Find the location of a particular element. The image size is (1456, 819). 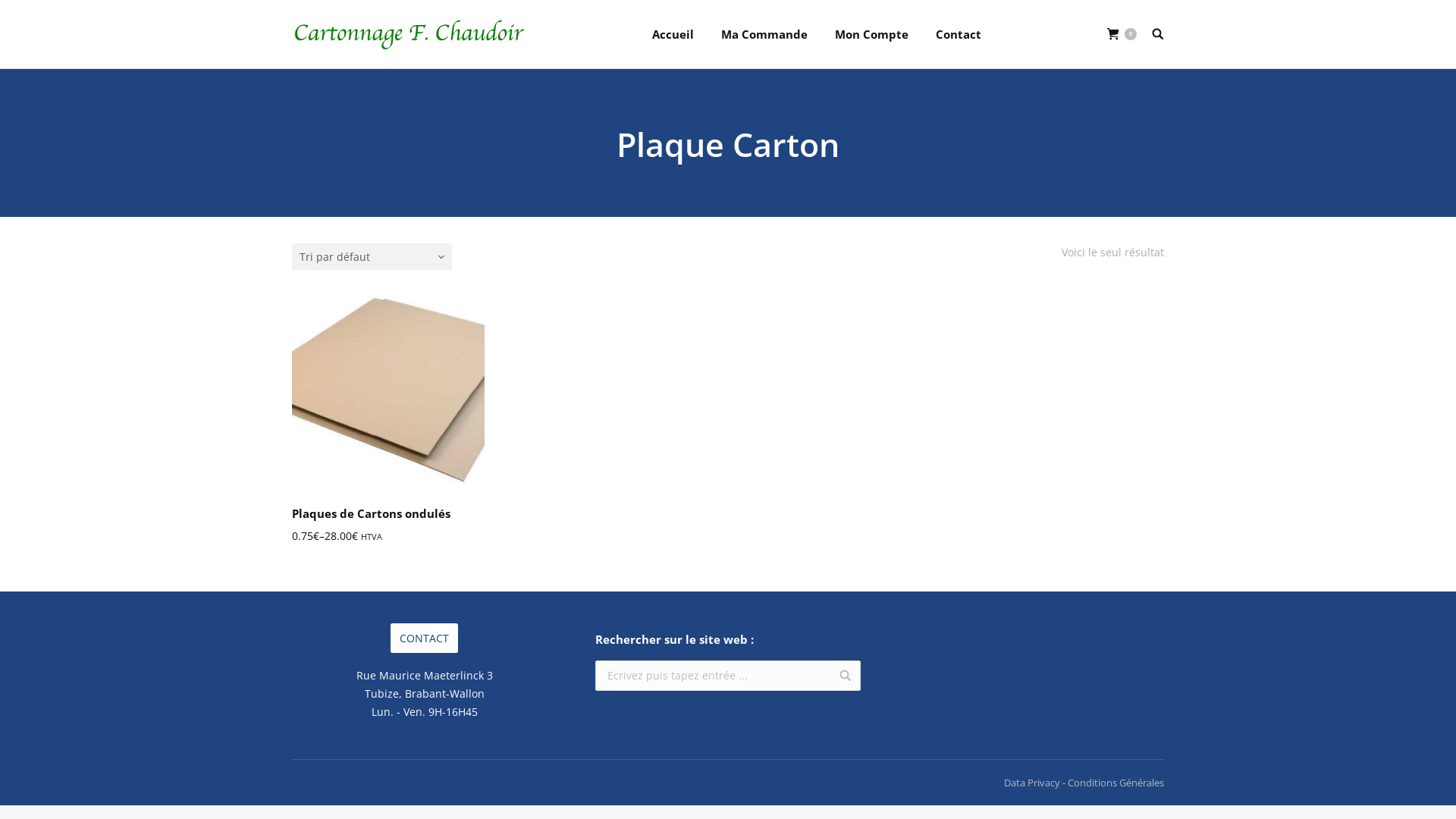

'Accueil' is located at coordinates (672, 34).